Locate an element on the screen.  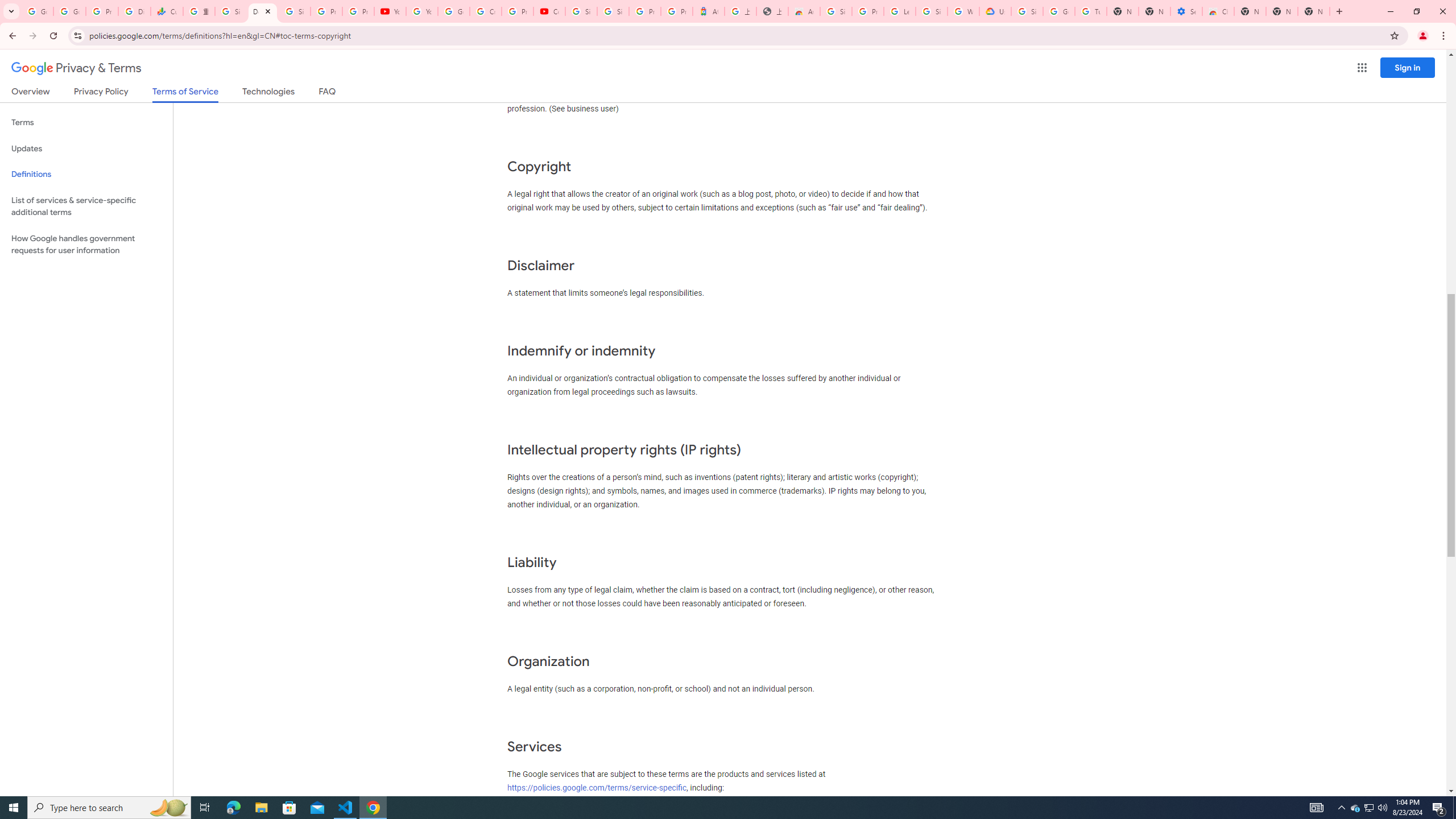
'YouTube' is located at coordinates (421, 11).